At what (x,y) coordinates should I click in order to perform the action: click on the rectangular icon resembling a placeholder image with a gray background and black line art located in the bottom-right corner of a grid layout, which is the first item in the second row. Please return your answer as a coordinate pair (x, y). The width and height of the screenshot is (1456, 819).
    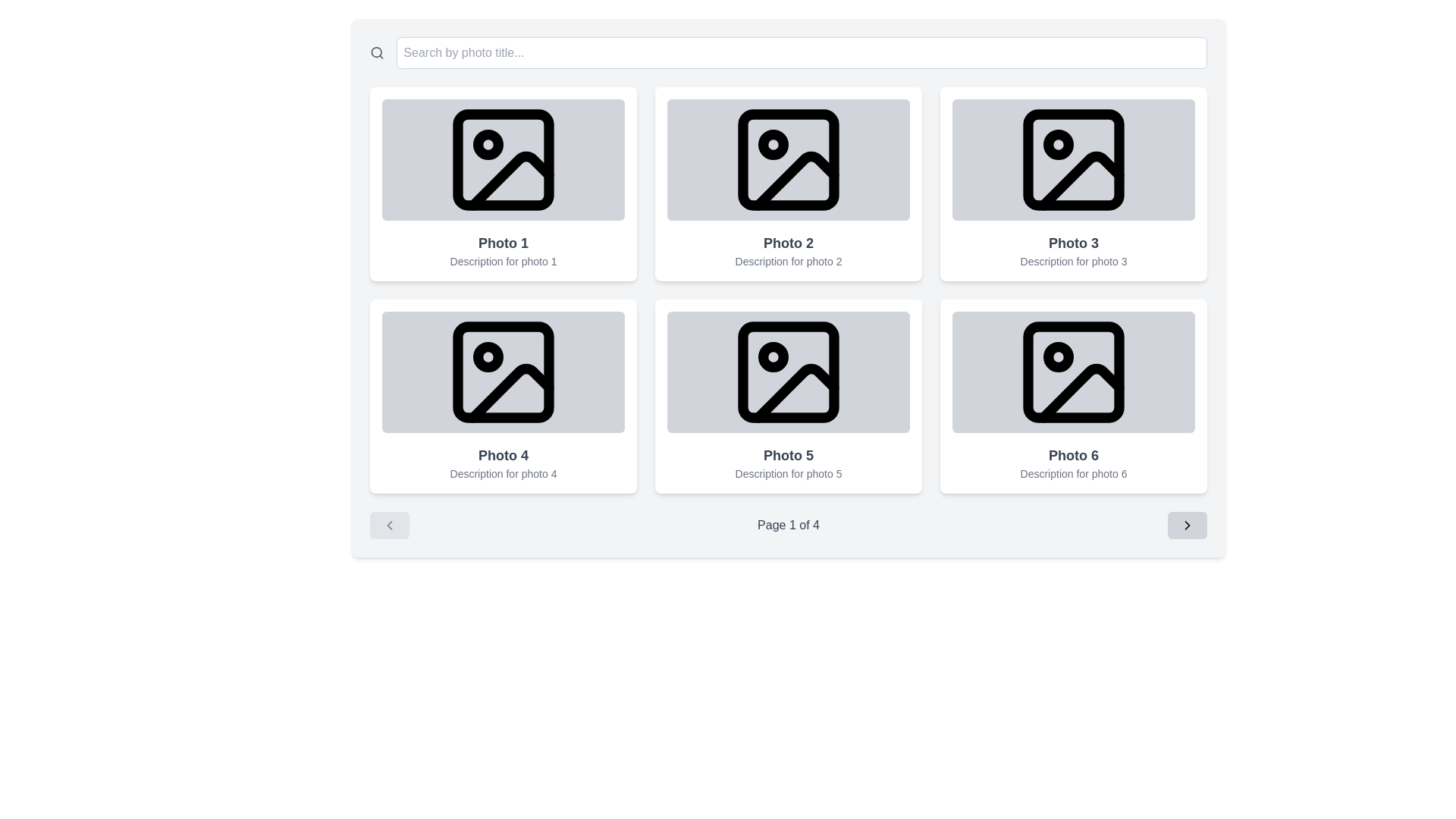
    Looking at the image, I should click on (1073, 372).